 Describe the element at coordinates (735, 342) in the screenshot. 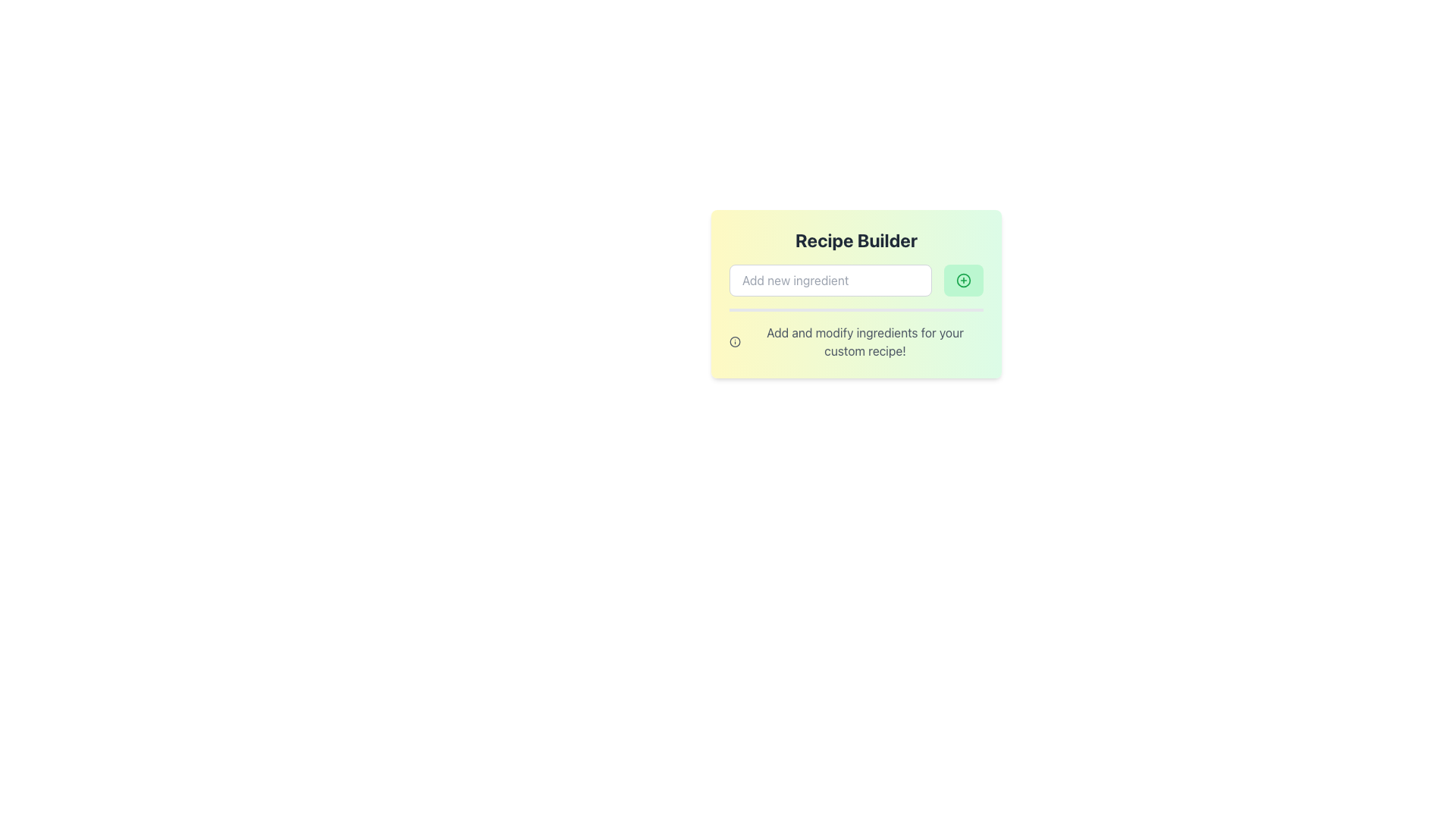

I see `the outermost circular component of the 'info' icon located in the lower-left corner of the 'Recipe Builder' card` at that location.